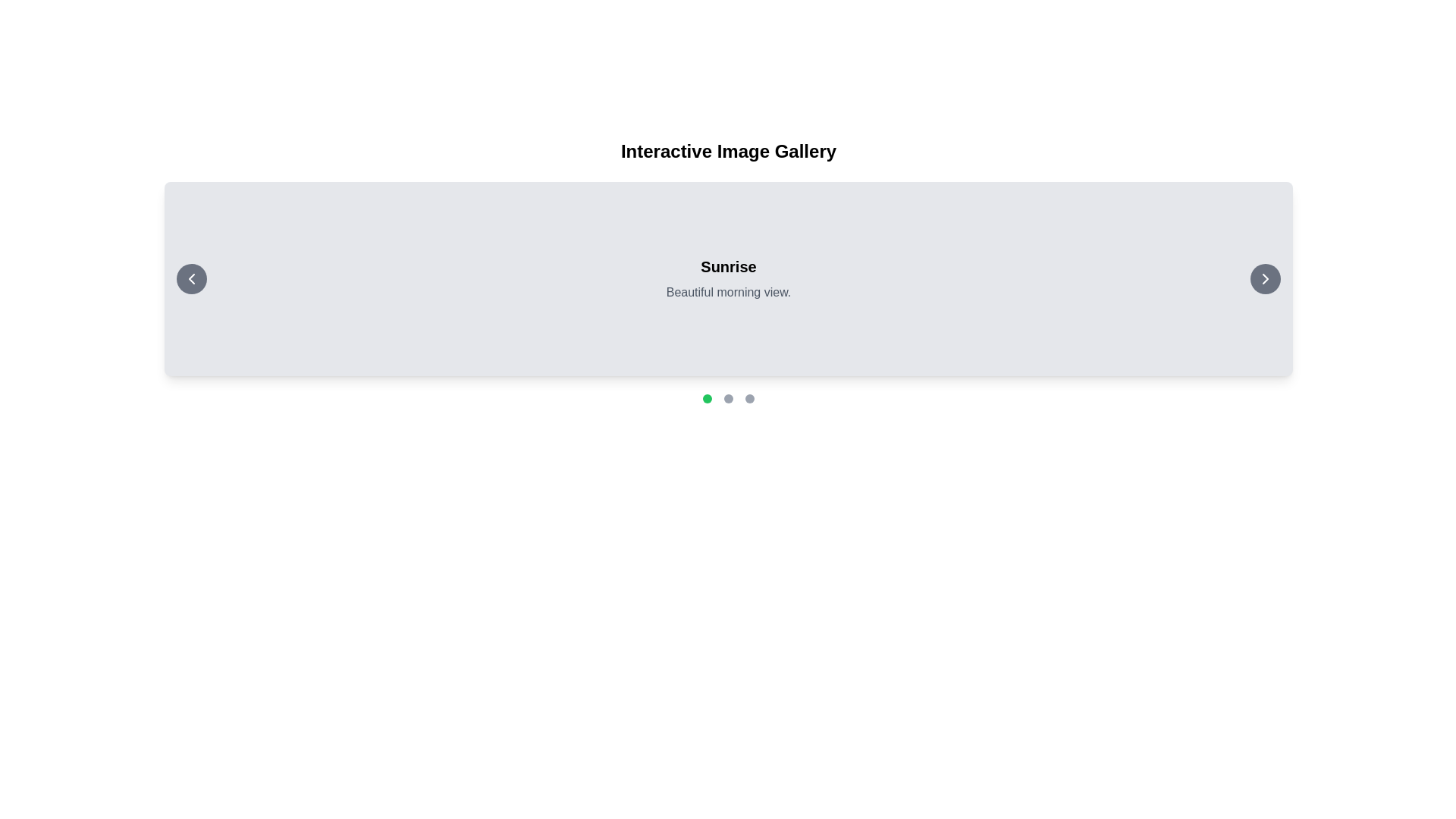 The height and width of the screenshot is (819, 1456). I want to click on the text field containing the phrase 'Beautiful morning view.' which is styled in gray color and located below the 'Sunrise' title, so click(728, 292).